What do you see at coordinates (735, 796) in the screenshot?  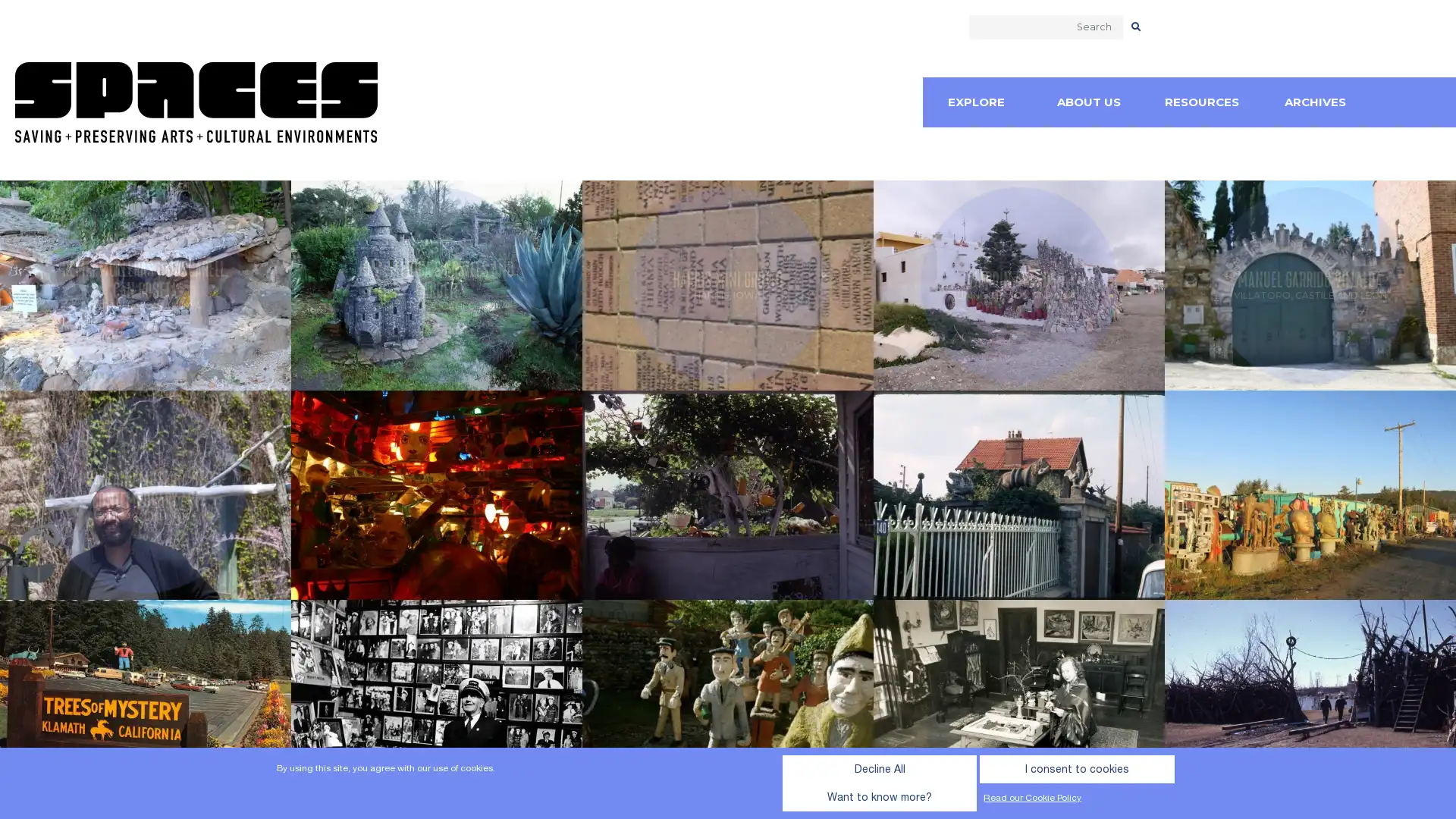 I see `Decline All` at bounding box center [735, 796].